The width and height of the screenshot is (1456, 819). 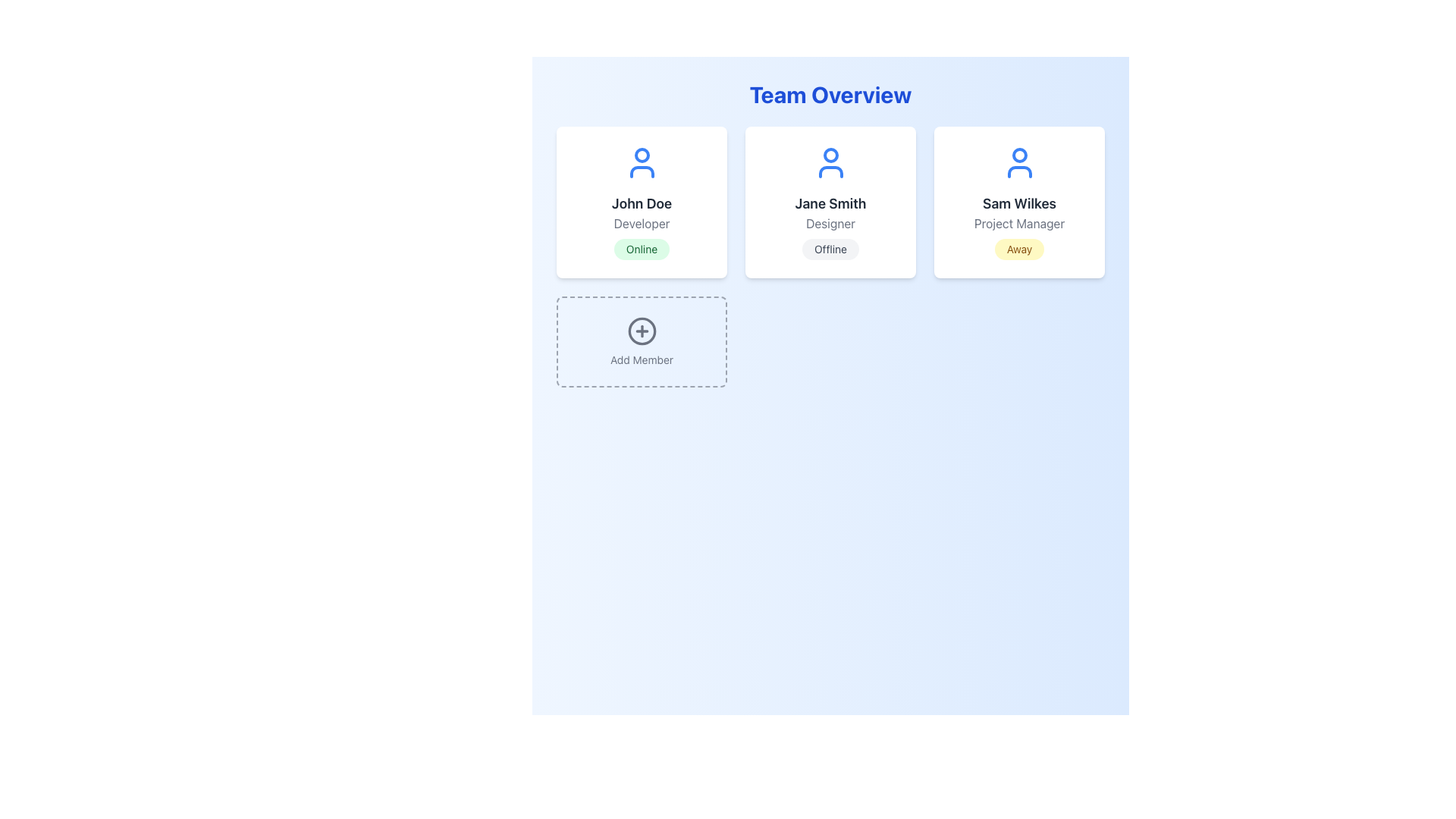 What do you see at coordinates (642, 330) in the screenshot?
I see `the 'Add Member' icon button located in the bottom-left quadrant of the main interface` at bounding box center [642, 330].